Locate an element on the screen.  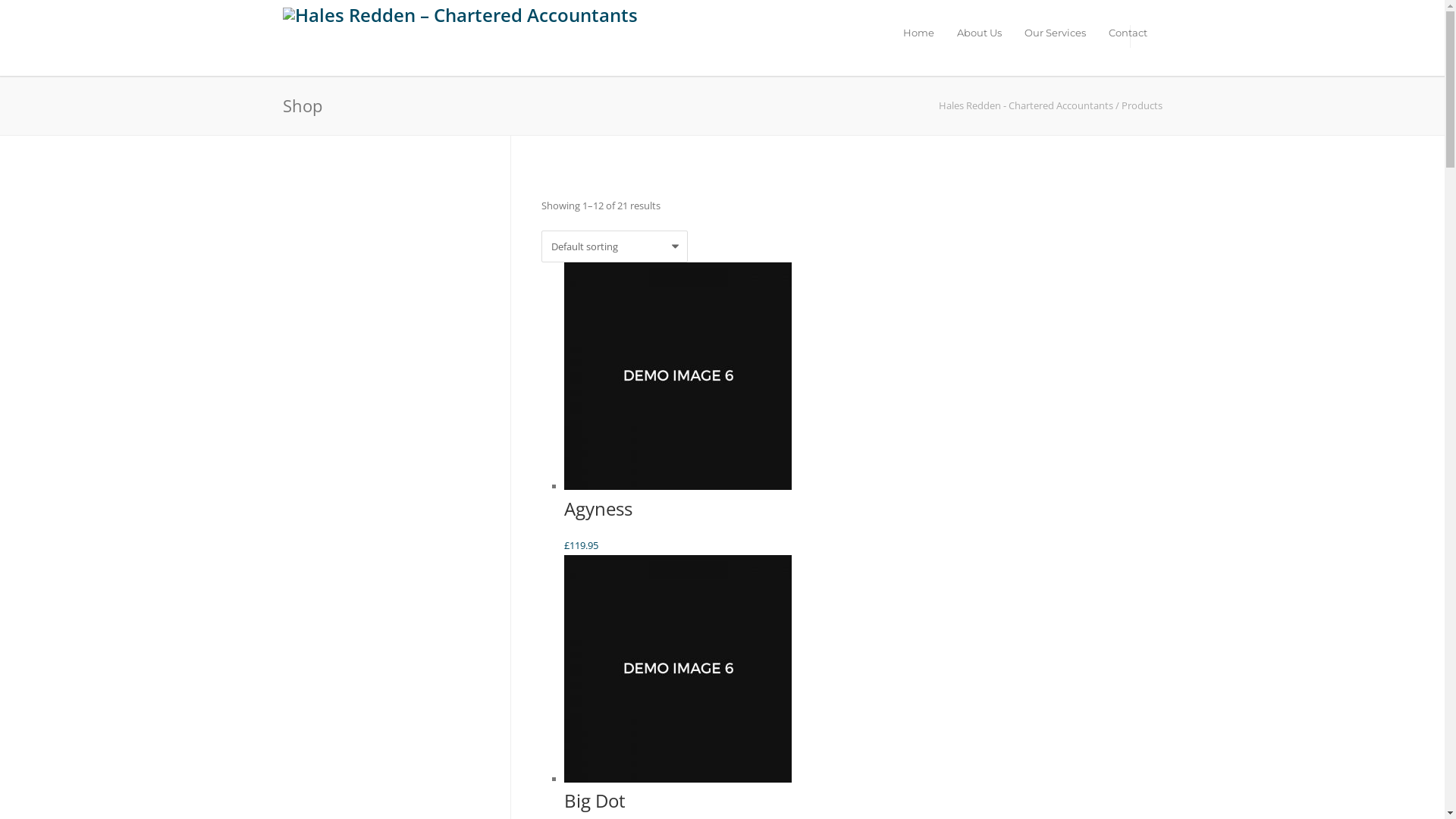
'Contact' is located at coordinates (1127, 32).